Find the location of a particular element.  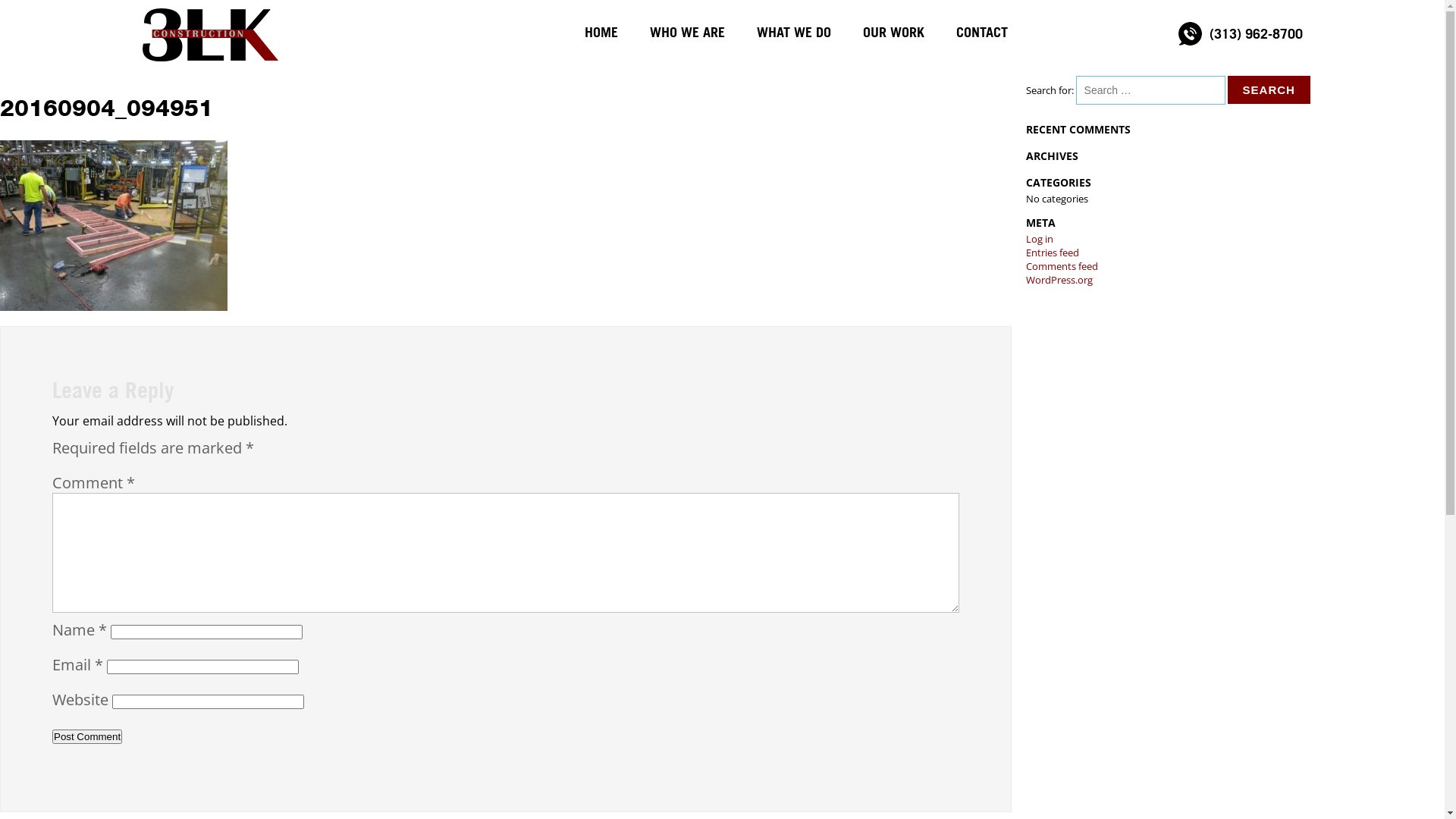

'WHAT WE DO' is located at coordinates (792, 32).